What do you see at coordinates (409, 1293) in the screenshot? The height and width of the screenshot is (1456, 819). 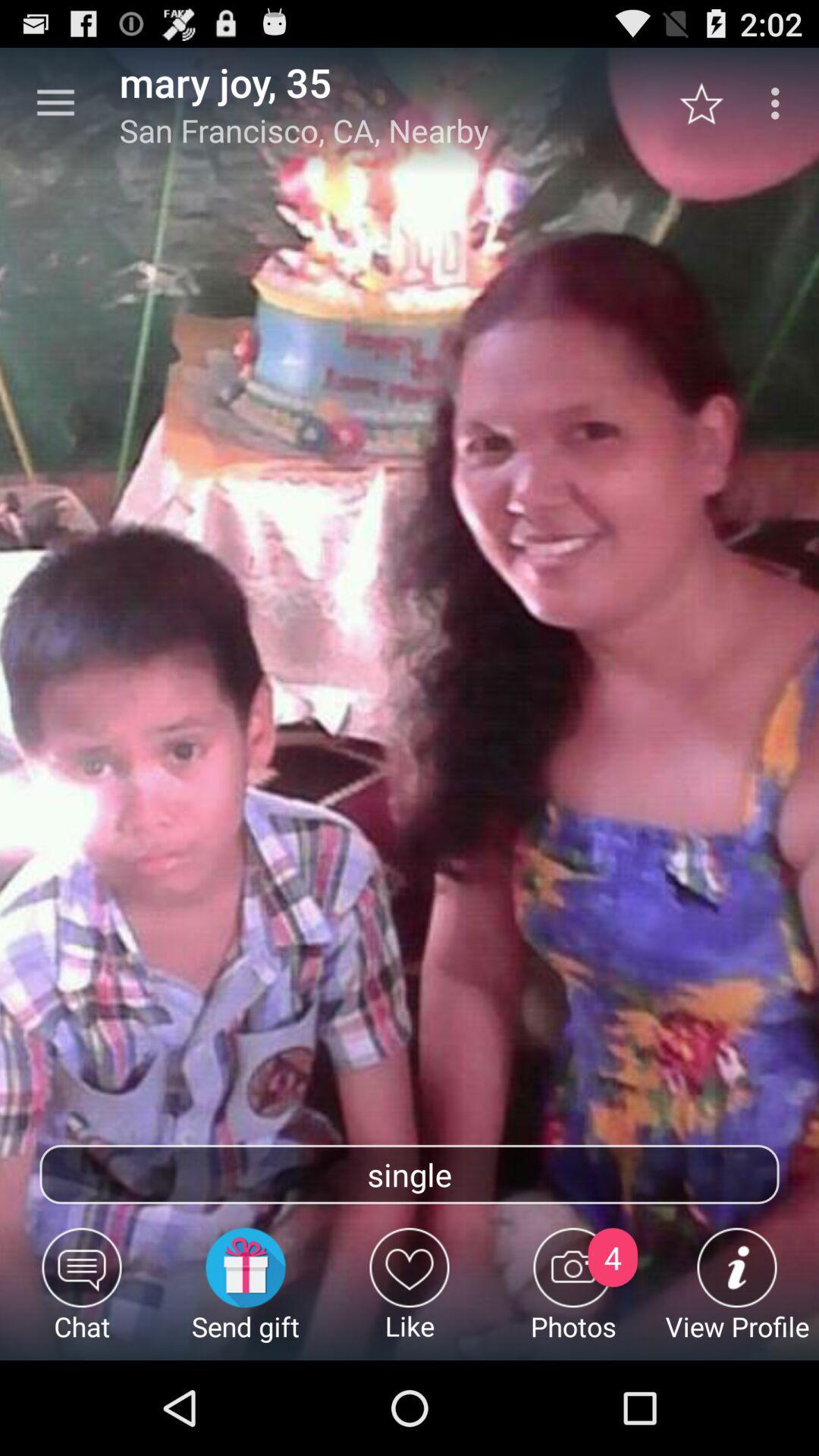 I see `the item next to the send gift icon` at bounding box center [409, 1293].